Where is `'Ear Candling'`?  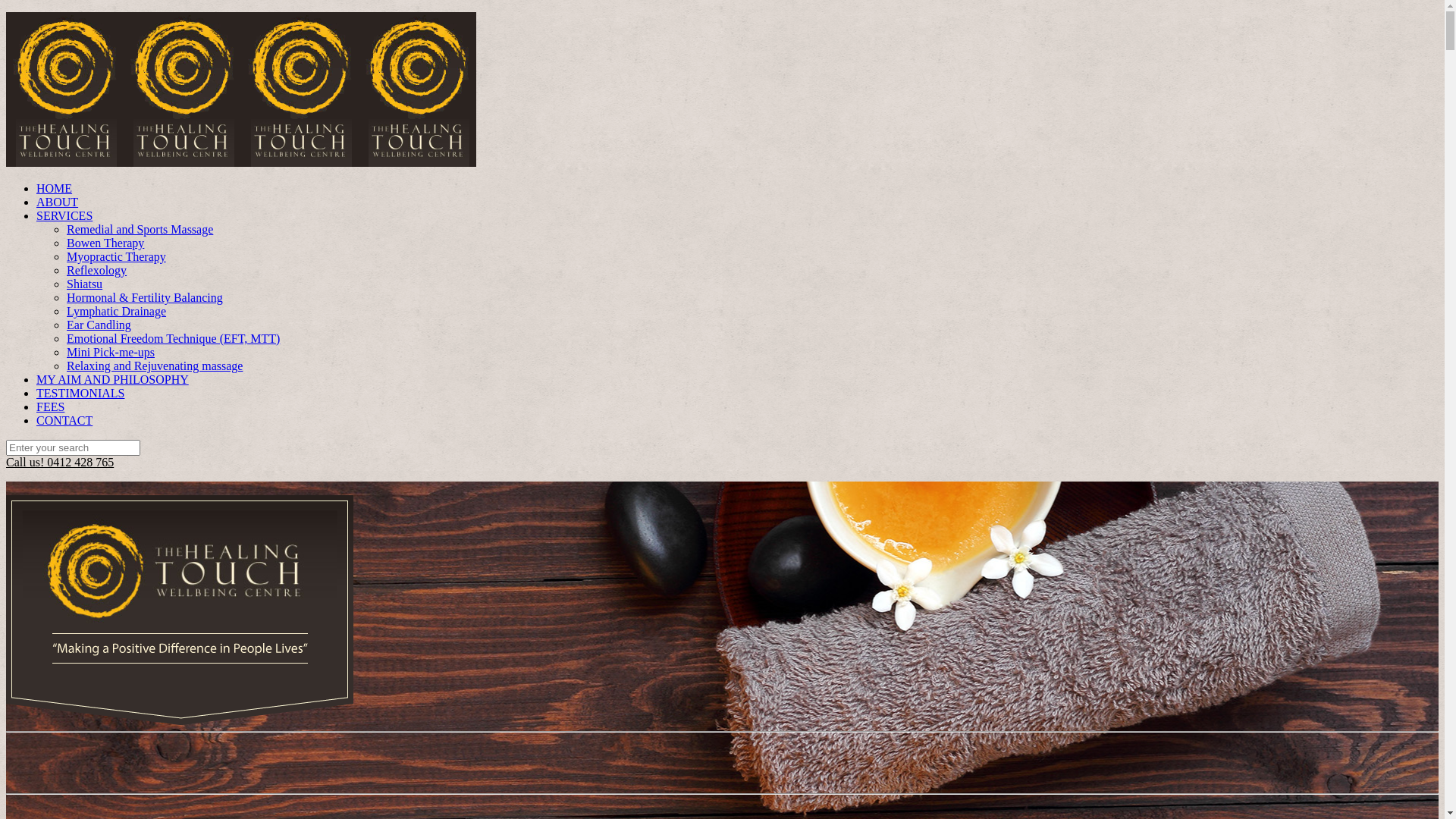 'Ear Candling' is located at coordinates (98, 324).